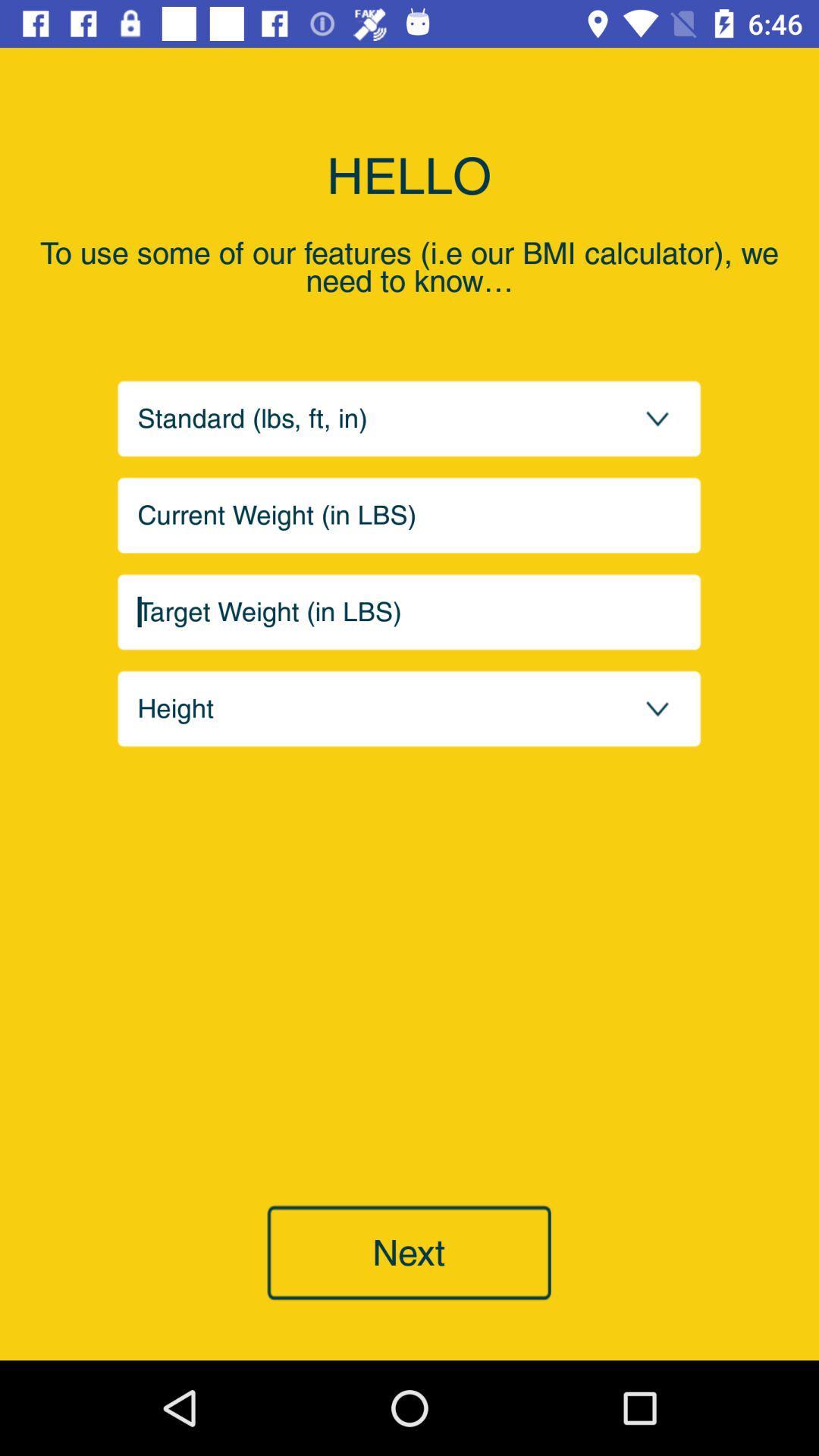 Image resolution: width=819 pixels, height=1456 pixels. What do you see at coordinates (409, 612) in the screenshot?
I see `target weight` at bounding box center [409, 612].